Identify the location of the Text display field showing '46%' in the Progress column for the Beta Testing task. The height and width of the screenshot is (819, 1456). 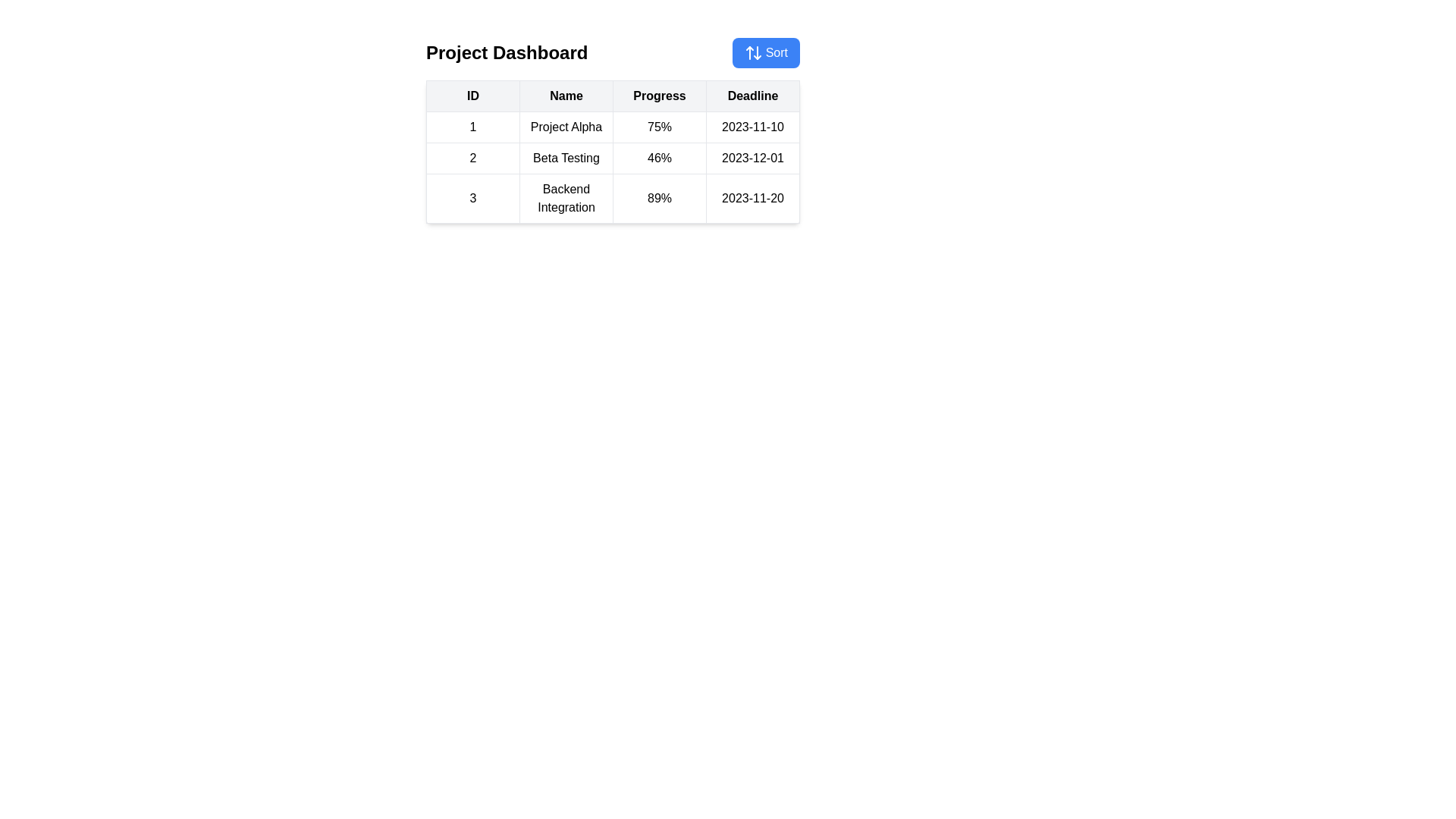
(659, 158).